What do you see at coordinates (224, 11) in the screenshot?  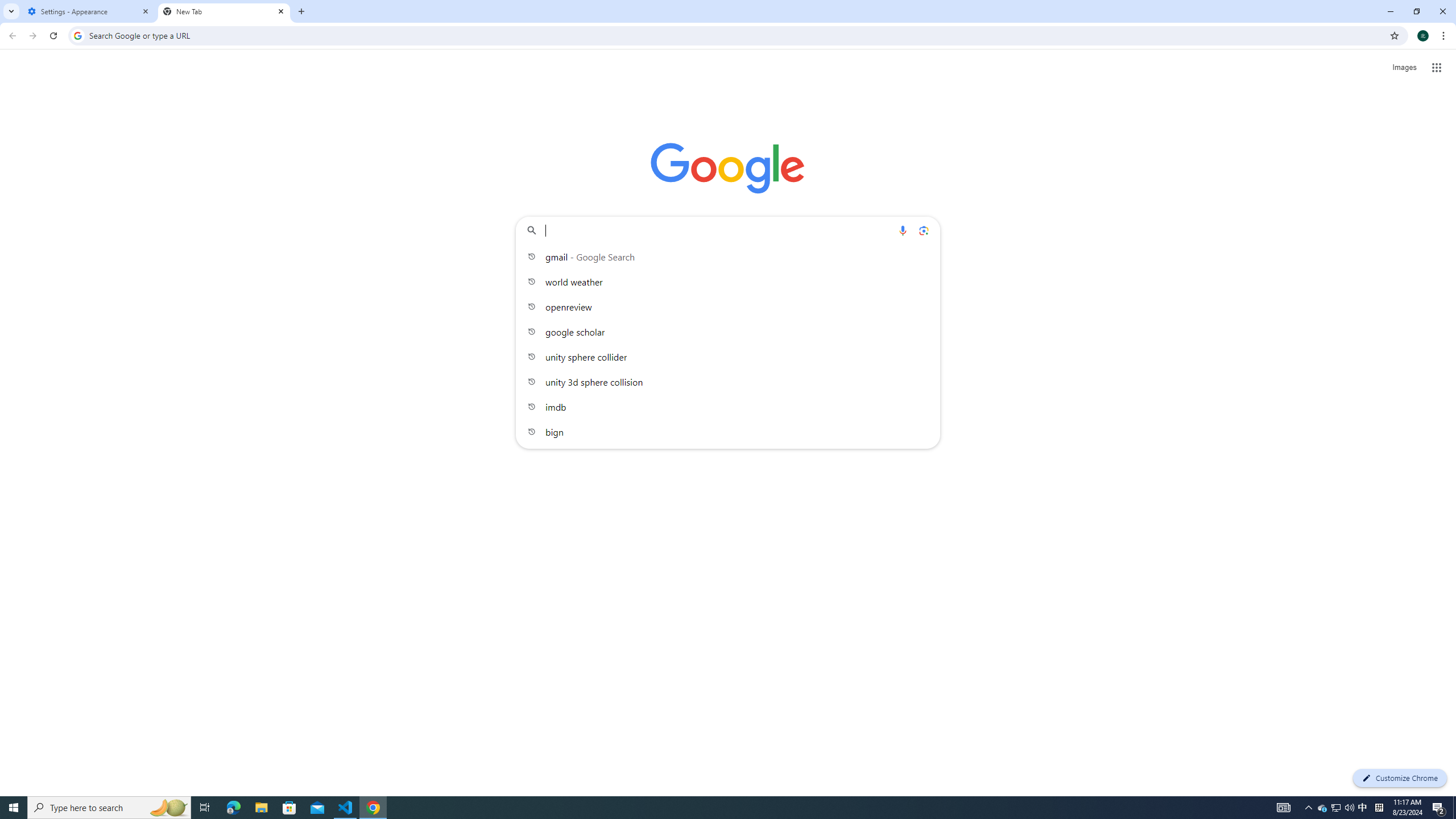 I see `'New Tab'` at bounding box center [224, 11].